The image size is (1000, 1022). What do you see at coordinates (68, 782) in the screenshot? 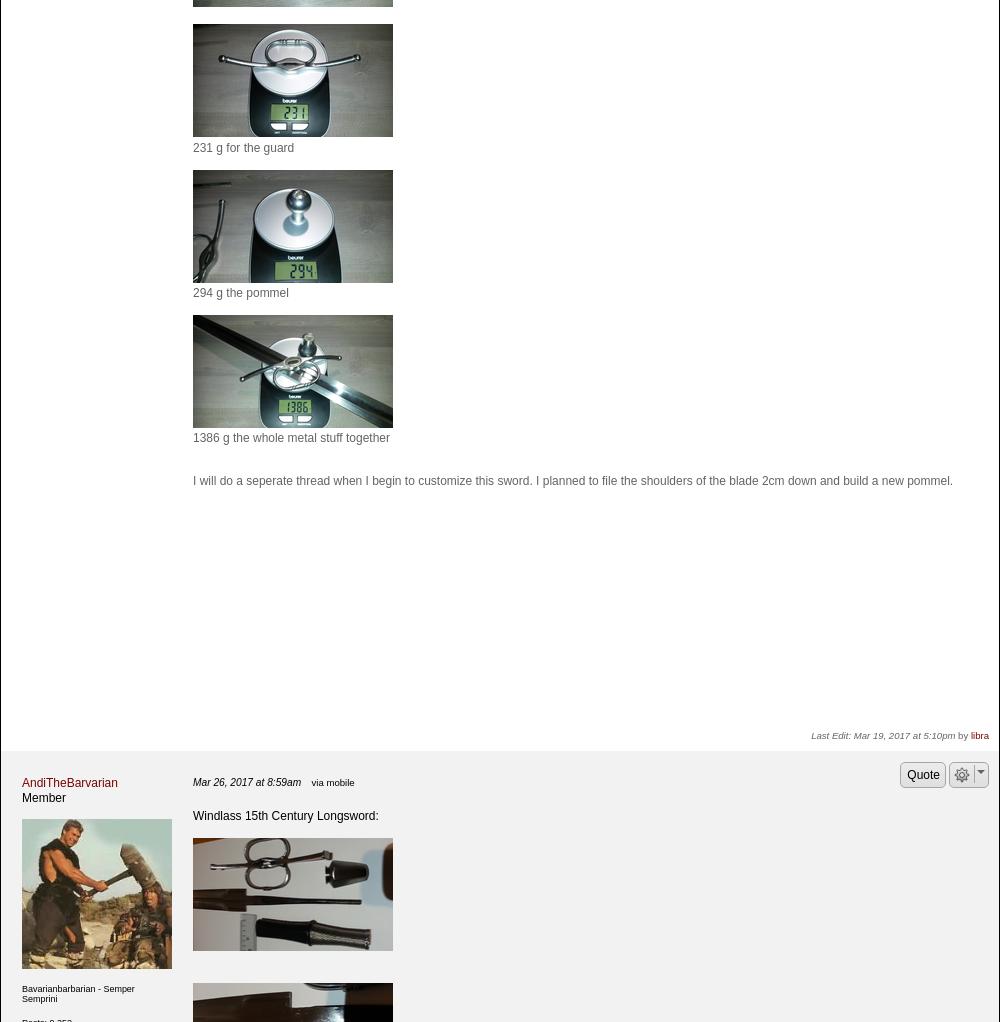
I see `'AndiTheBarvarian'` at bounding box center [68, 782].